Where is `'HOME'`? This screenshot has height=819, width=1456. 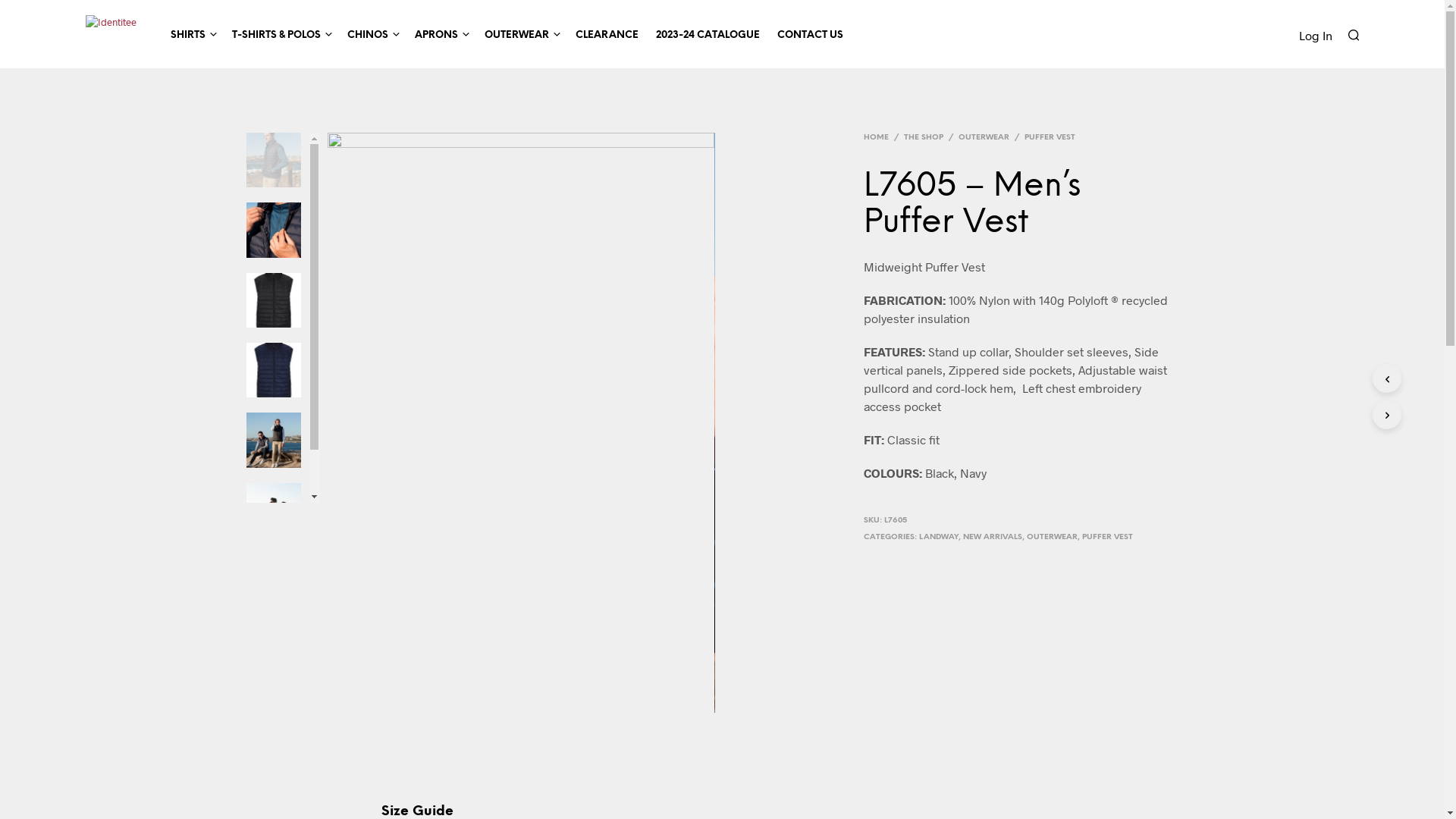
'HOME' is located at coordinates (878, 137).